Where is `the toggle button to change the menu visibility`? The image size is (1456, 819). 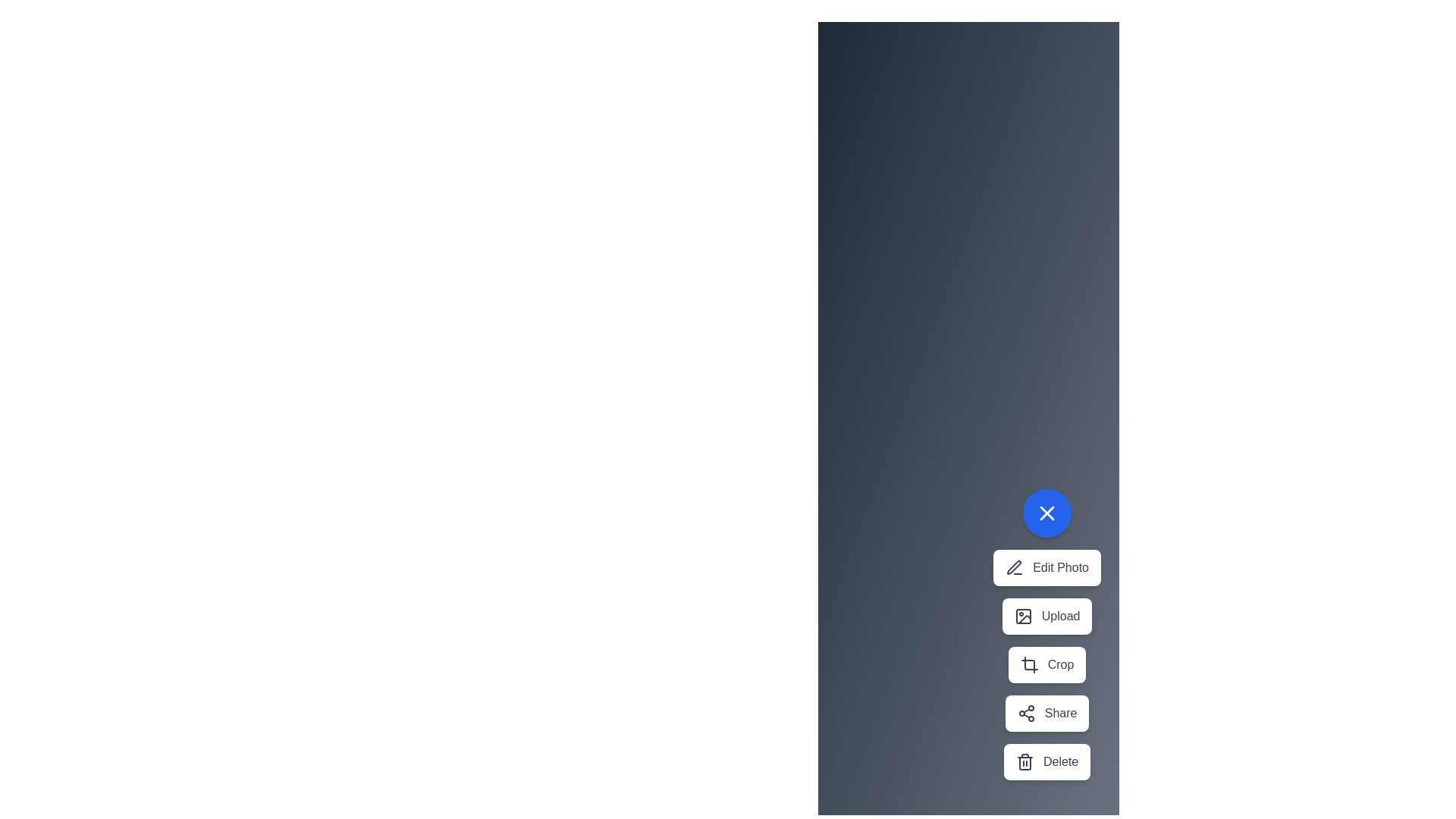 the toggle button to change the menu visibility is located at coordinates (1046, 513).